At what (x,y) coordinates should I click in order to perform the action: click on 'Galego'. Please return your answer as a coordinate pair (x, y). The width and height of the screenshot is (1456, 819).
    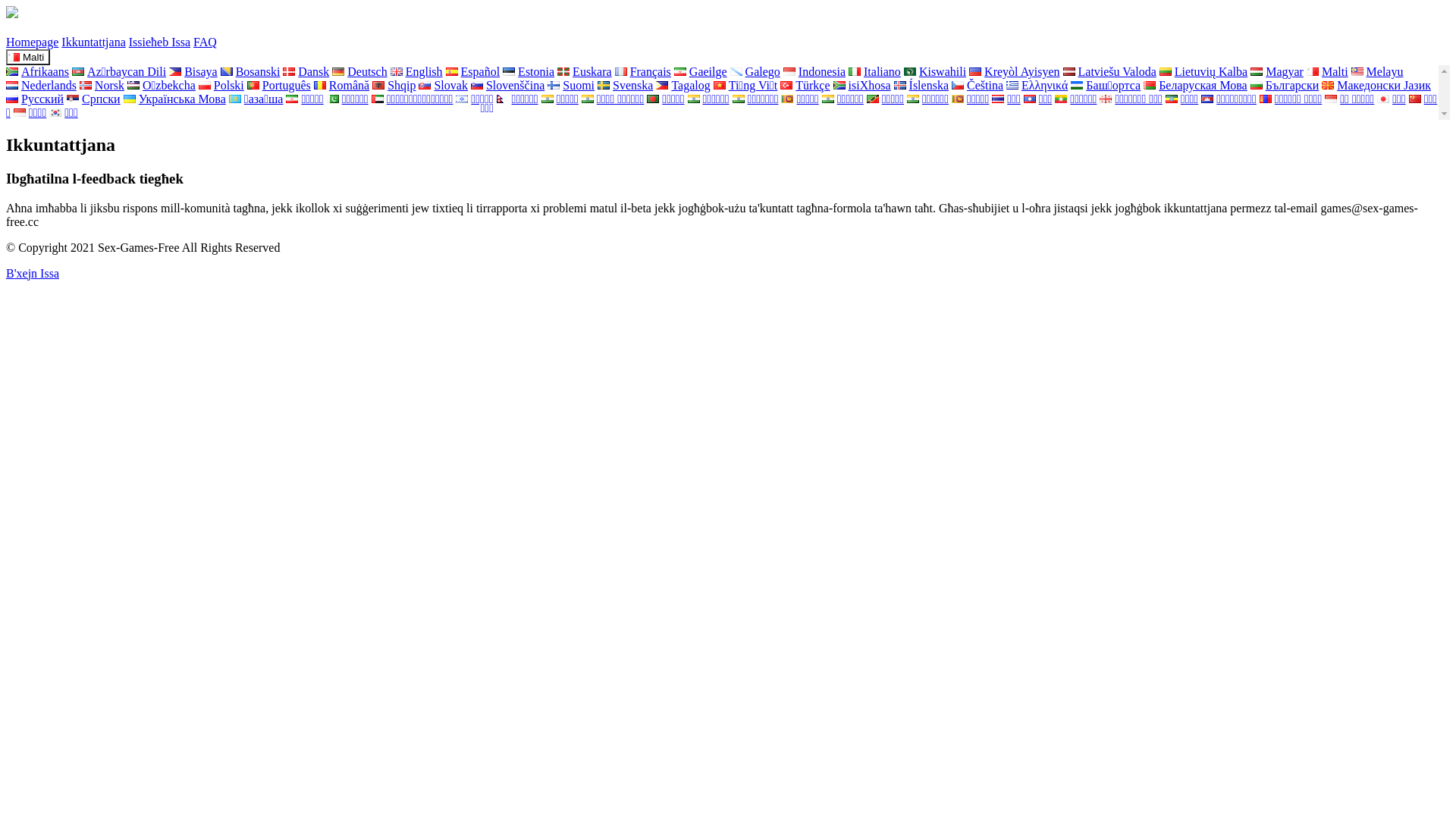
    Looking at the image, I should click on (730, 71).